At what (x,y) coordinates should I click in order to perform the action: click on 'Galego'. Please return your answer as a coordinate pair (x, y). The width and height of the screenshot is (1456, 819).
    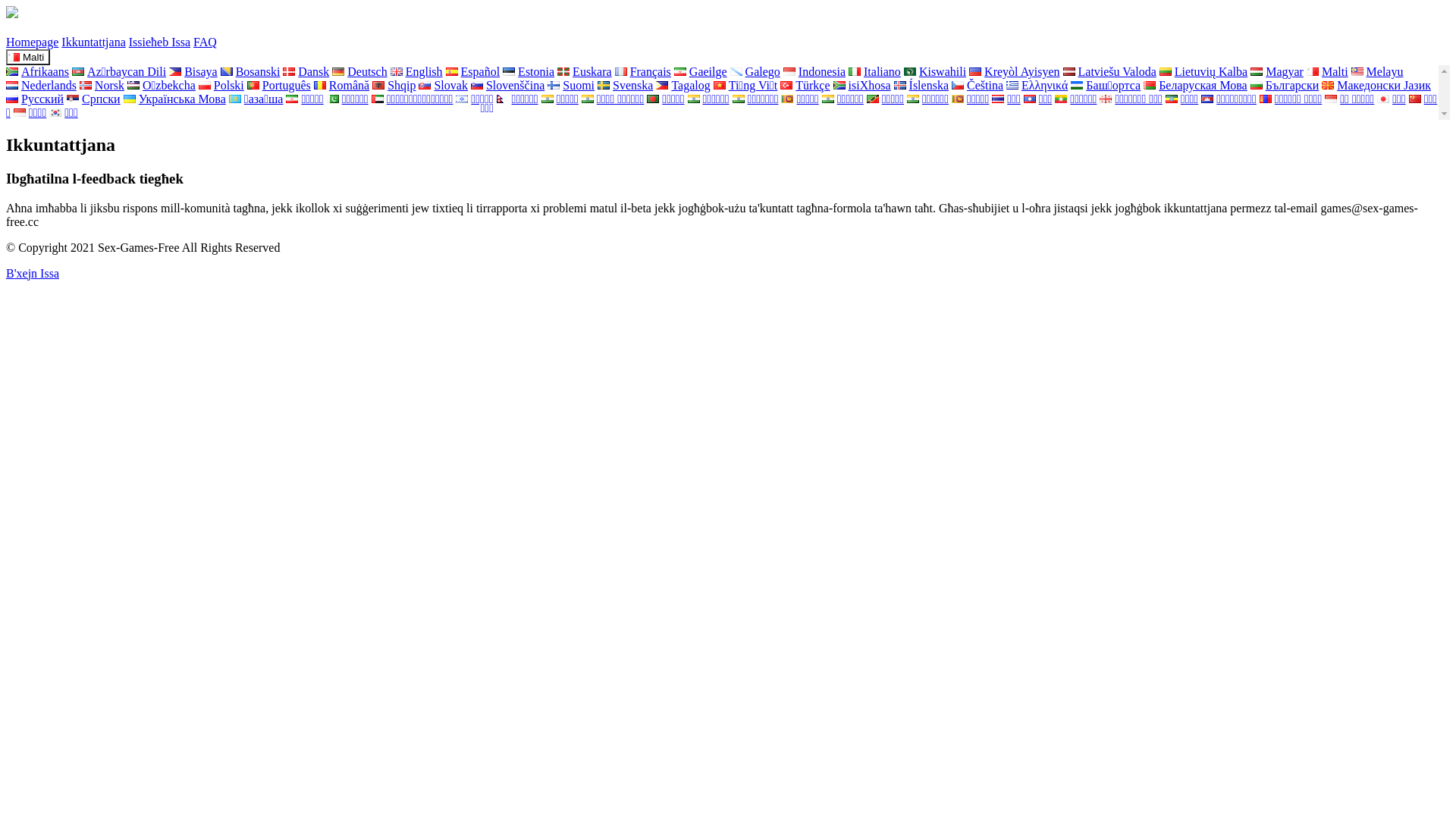
    Looking at the image, I should click on (730, 71).